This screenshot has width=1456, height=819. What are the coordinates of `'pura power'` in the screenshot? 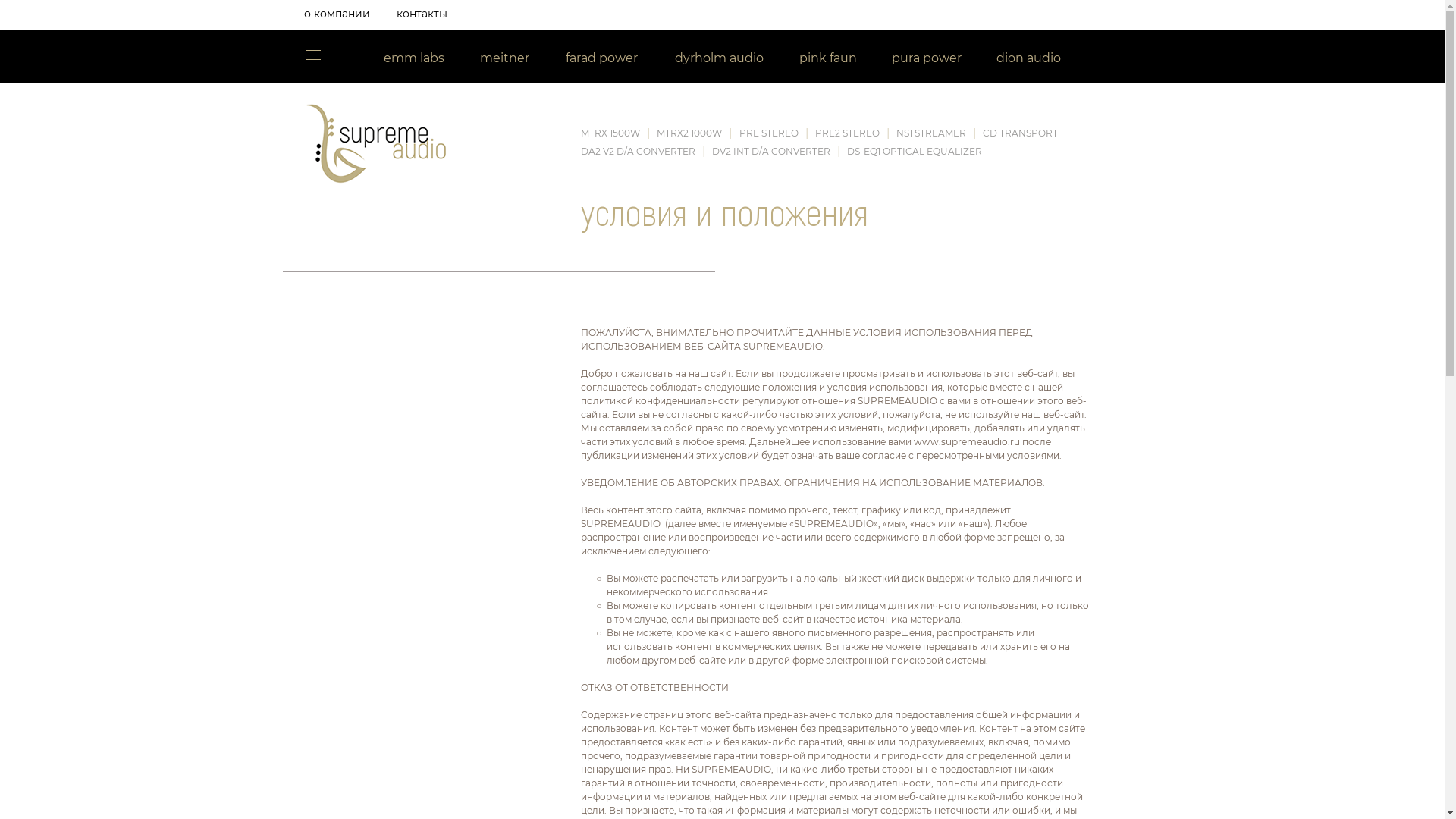 It's located at (926, 58).